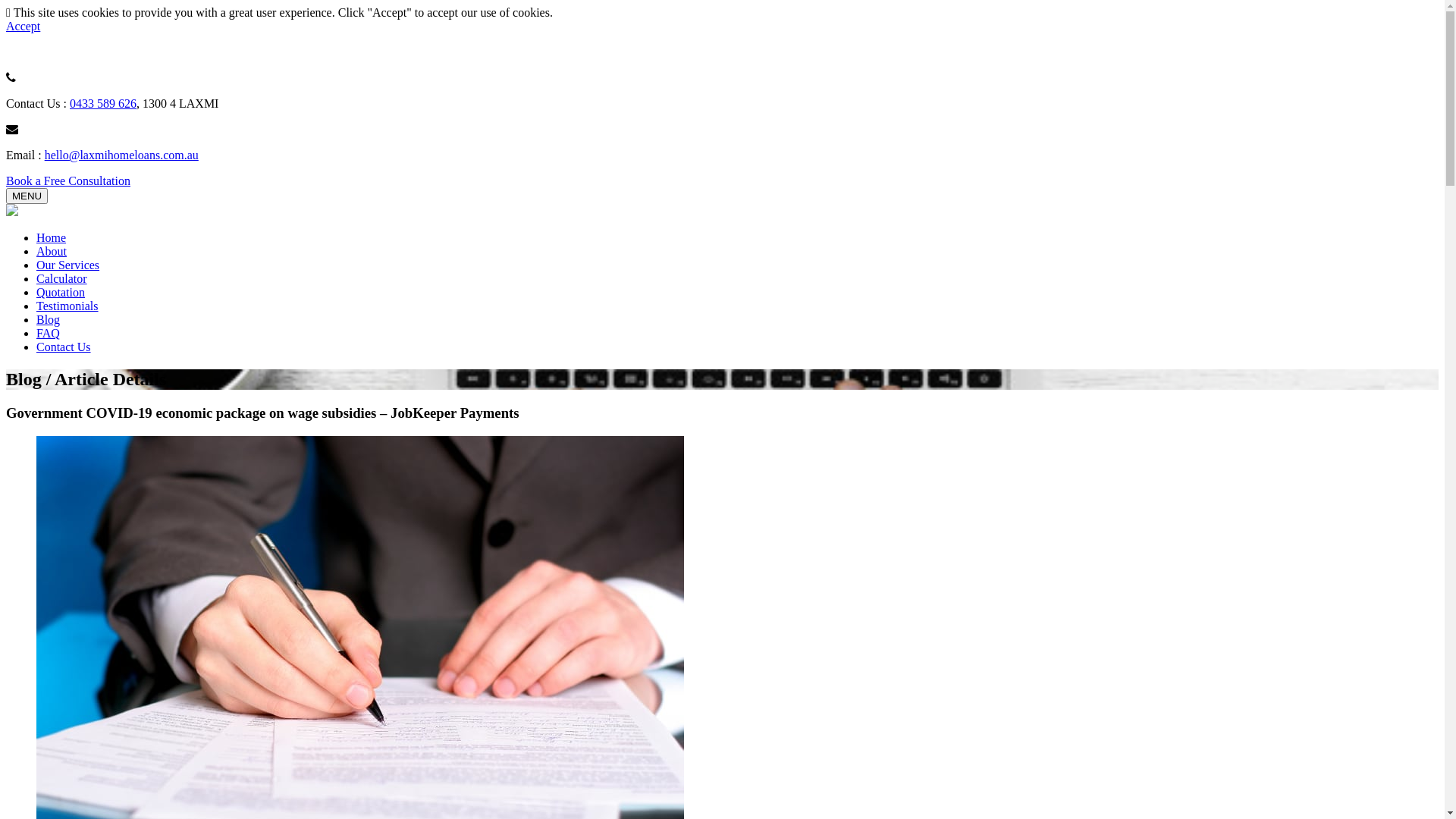  I want to click on 'Testimonials', so click(67, 306).